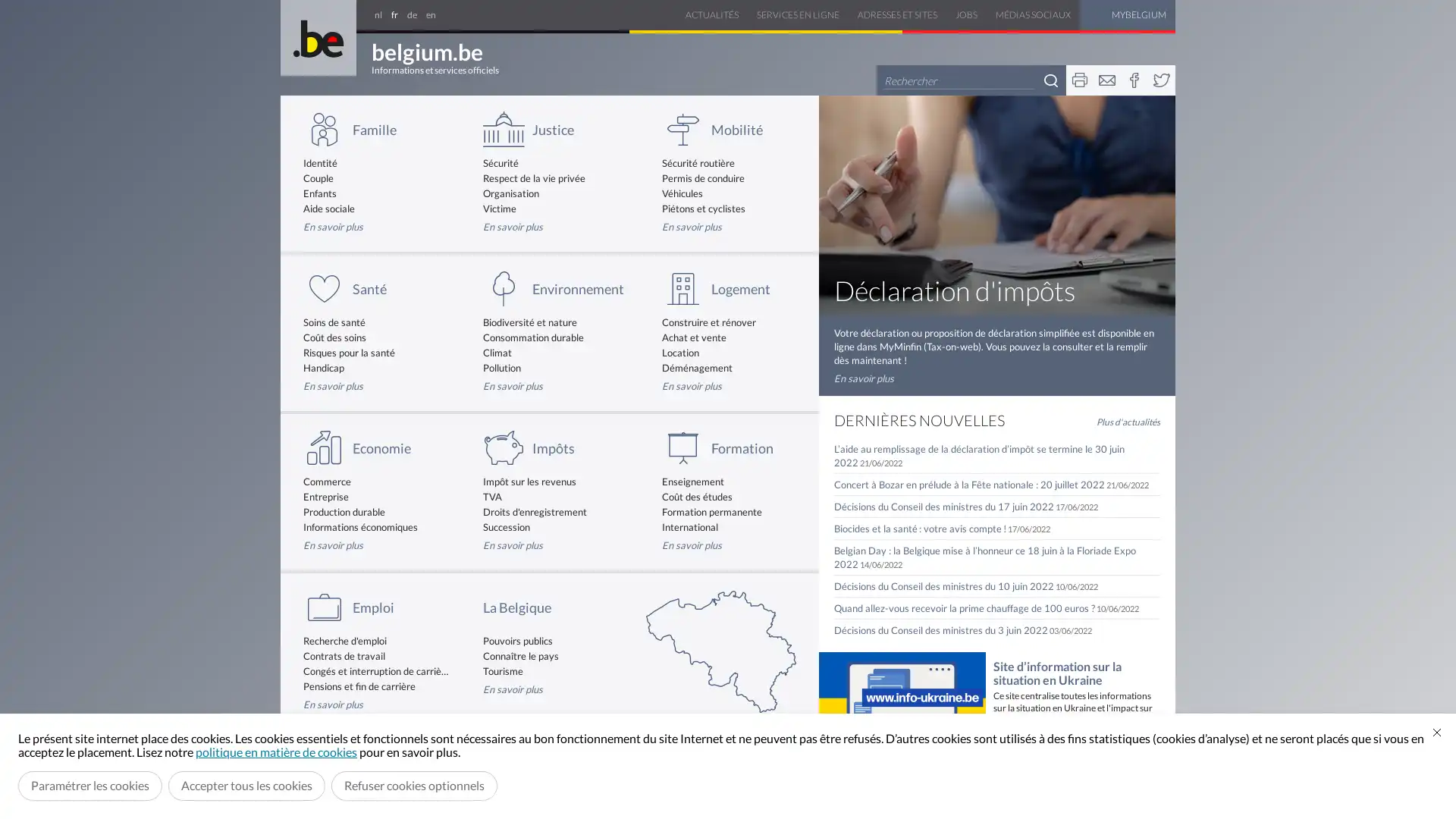 The width and height of the screenshot is (1456, 819). Describe the element at coordinates (1436, 731) in the screenshot. I see `Fermer` at that location.